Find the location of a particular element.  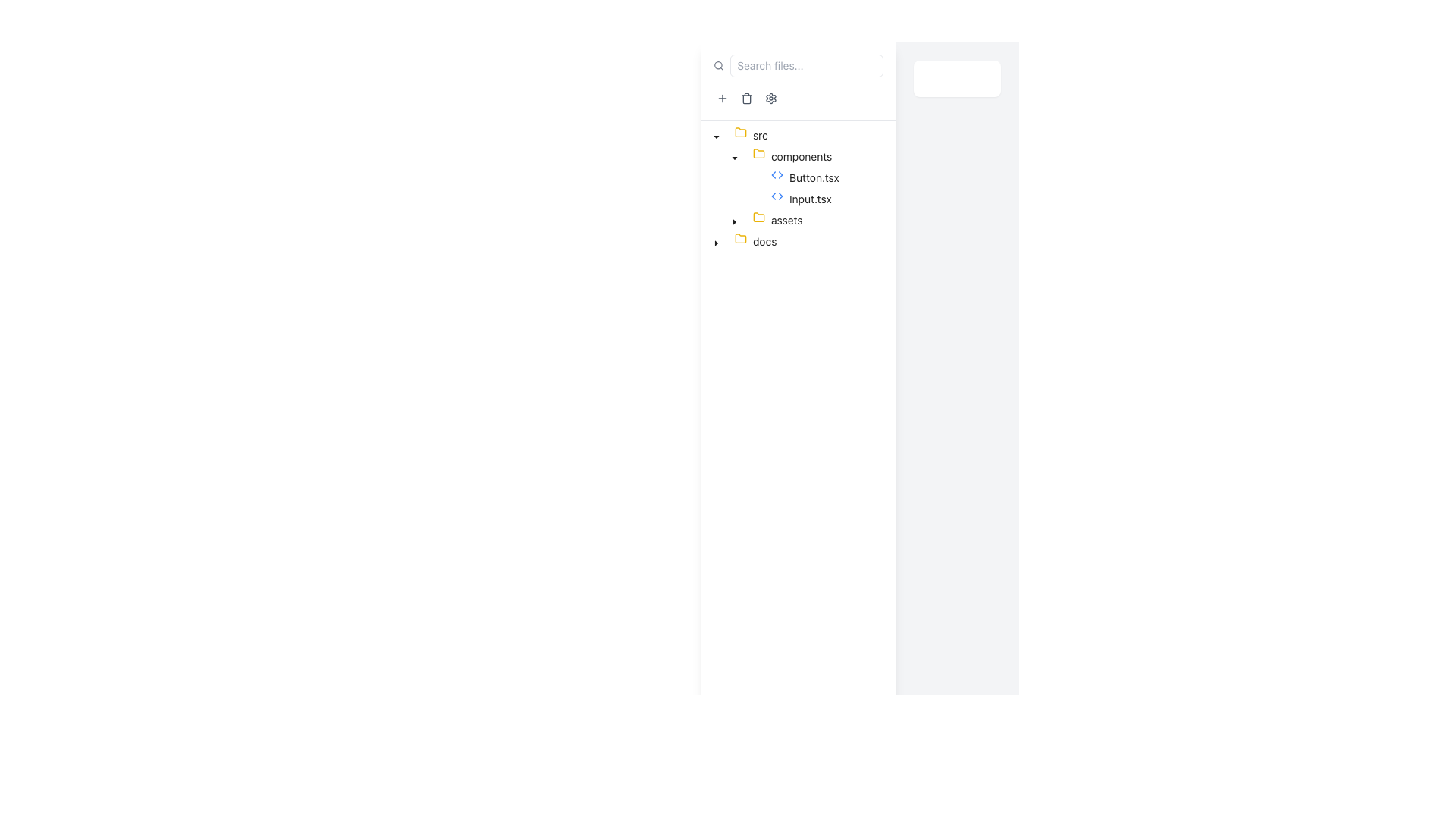

the yellow folder icon representing the 'src' directory in the file navigation panel is located at coordinates (741, 130).